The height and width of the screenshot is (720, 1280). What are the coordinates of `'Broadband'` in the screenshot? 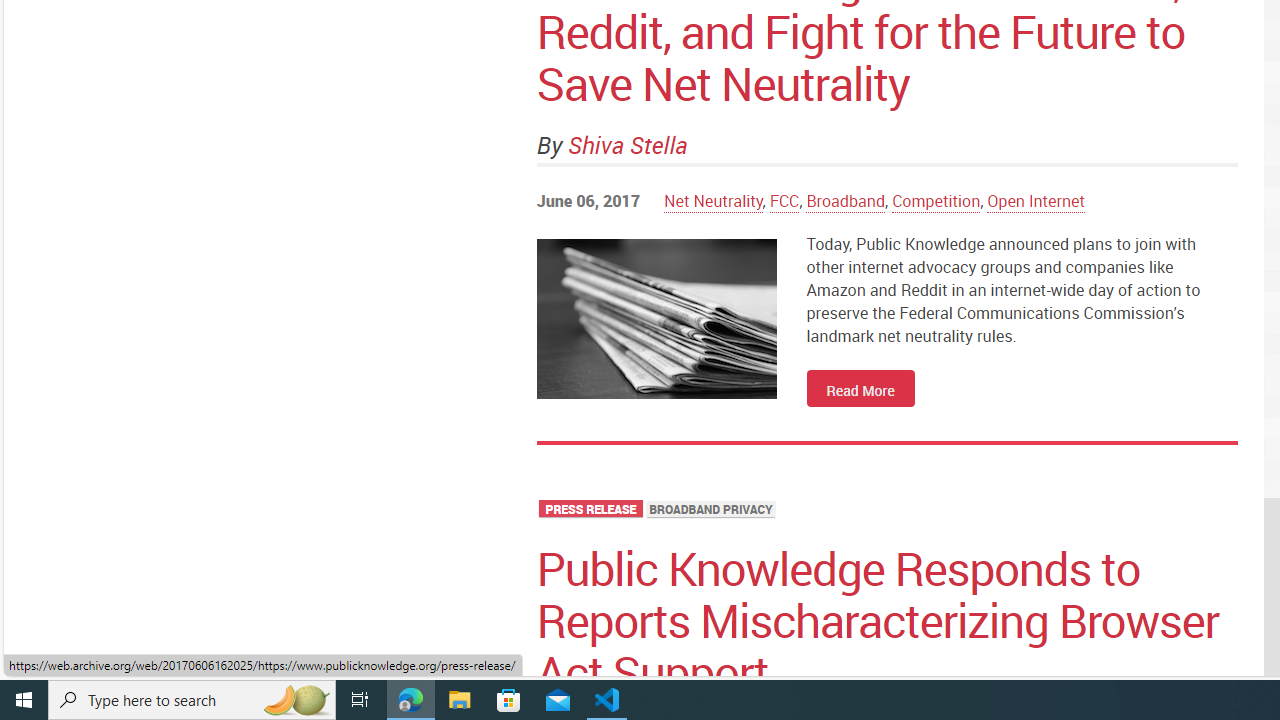 It's located at (846, 200).